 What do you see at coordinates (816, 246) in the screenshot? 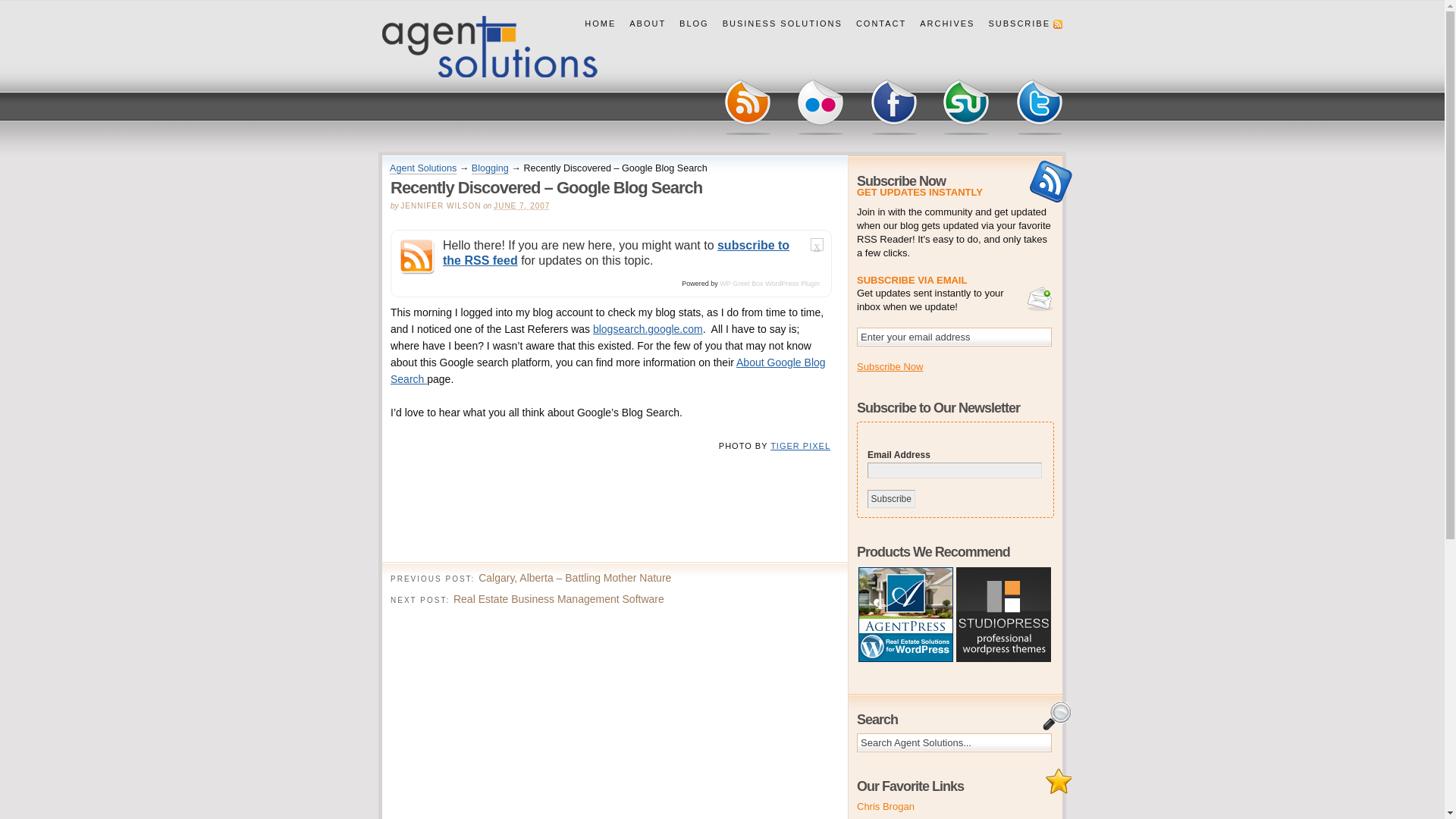
I see `'X'` at bounding box center [816, 246].